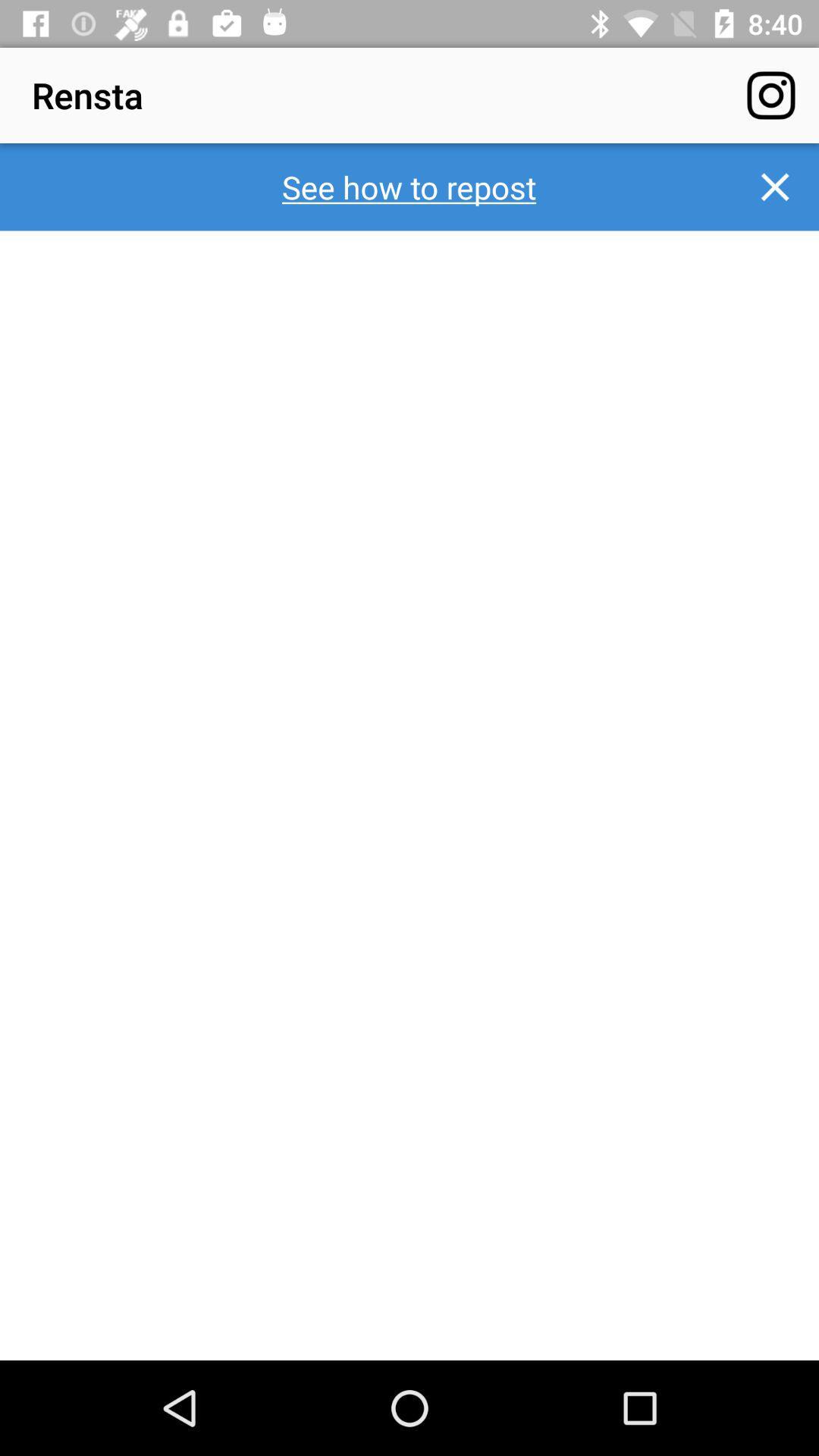 This screenshot has width=819, height=1456. Describe the element at coordinates (771, 94) in the screenshot. I see `the icon to the right of rensta` at that location.